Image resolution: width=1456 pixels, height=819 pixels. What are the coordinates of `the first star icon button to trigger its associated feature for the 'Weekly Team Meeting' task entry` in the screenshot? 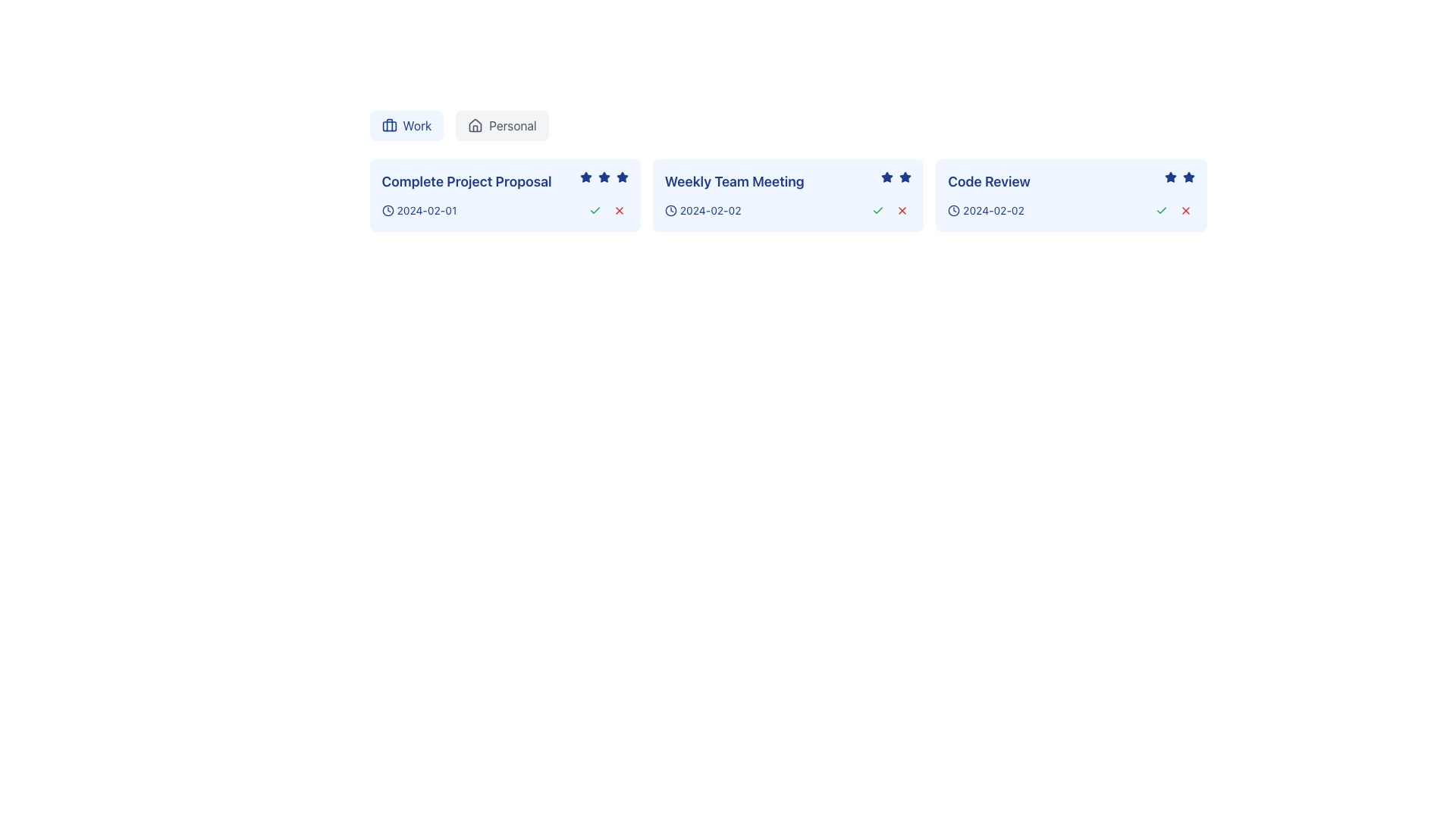 It's located at (887, 177).